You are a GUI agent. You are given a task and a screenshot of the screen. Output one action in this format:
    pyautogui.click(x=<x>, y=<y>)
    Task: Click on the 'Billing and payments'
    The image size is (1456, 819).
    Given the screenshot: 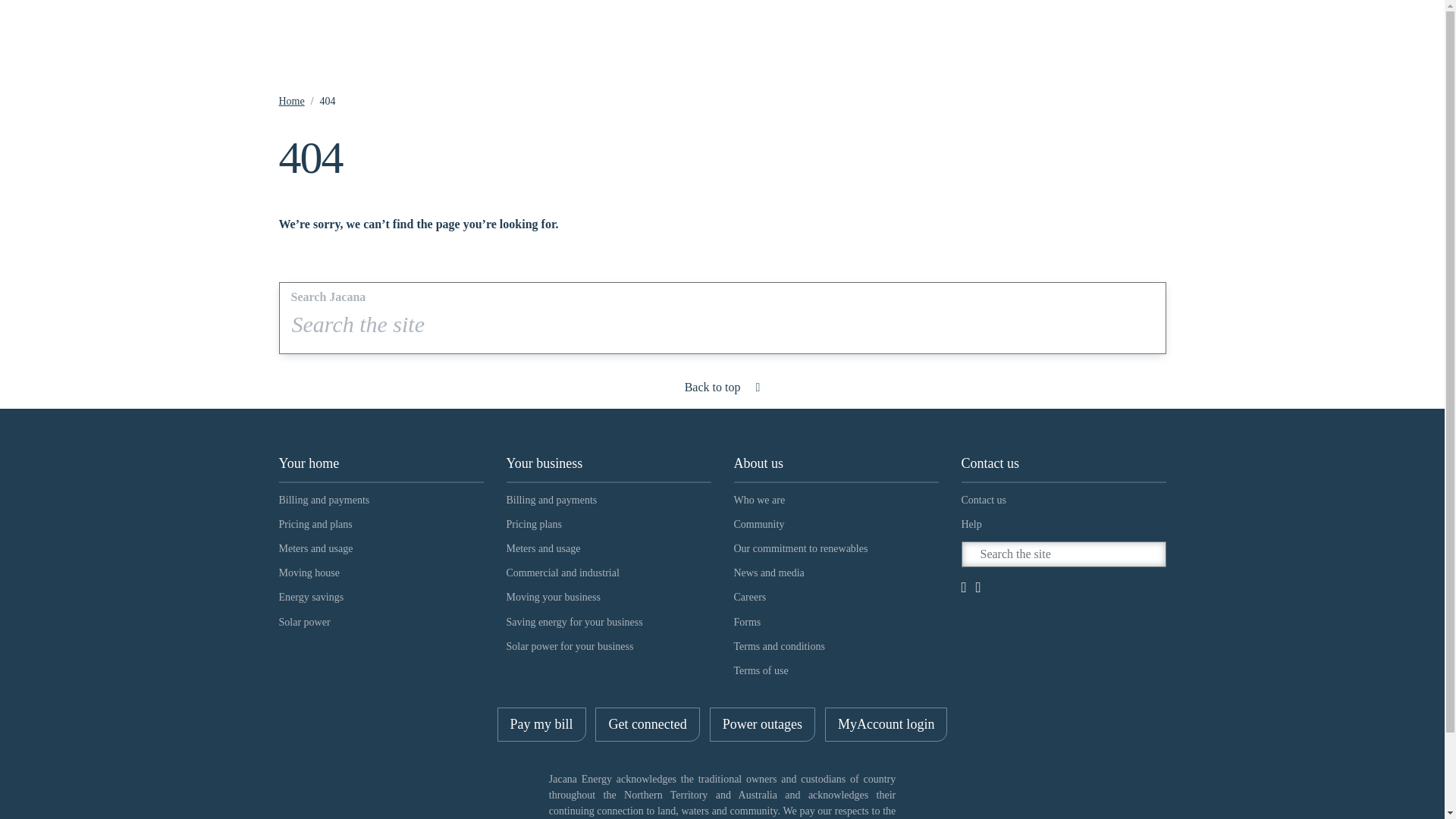 What is the action you would take?
    pyautogui.click(x=608, y=500)
    